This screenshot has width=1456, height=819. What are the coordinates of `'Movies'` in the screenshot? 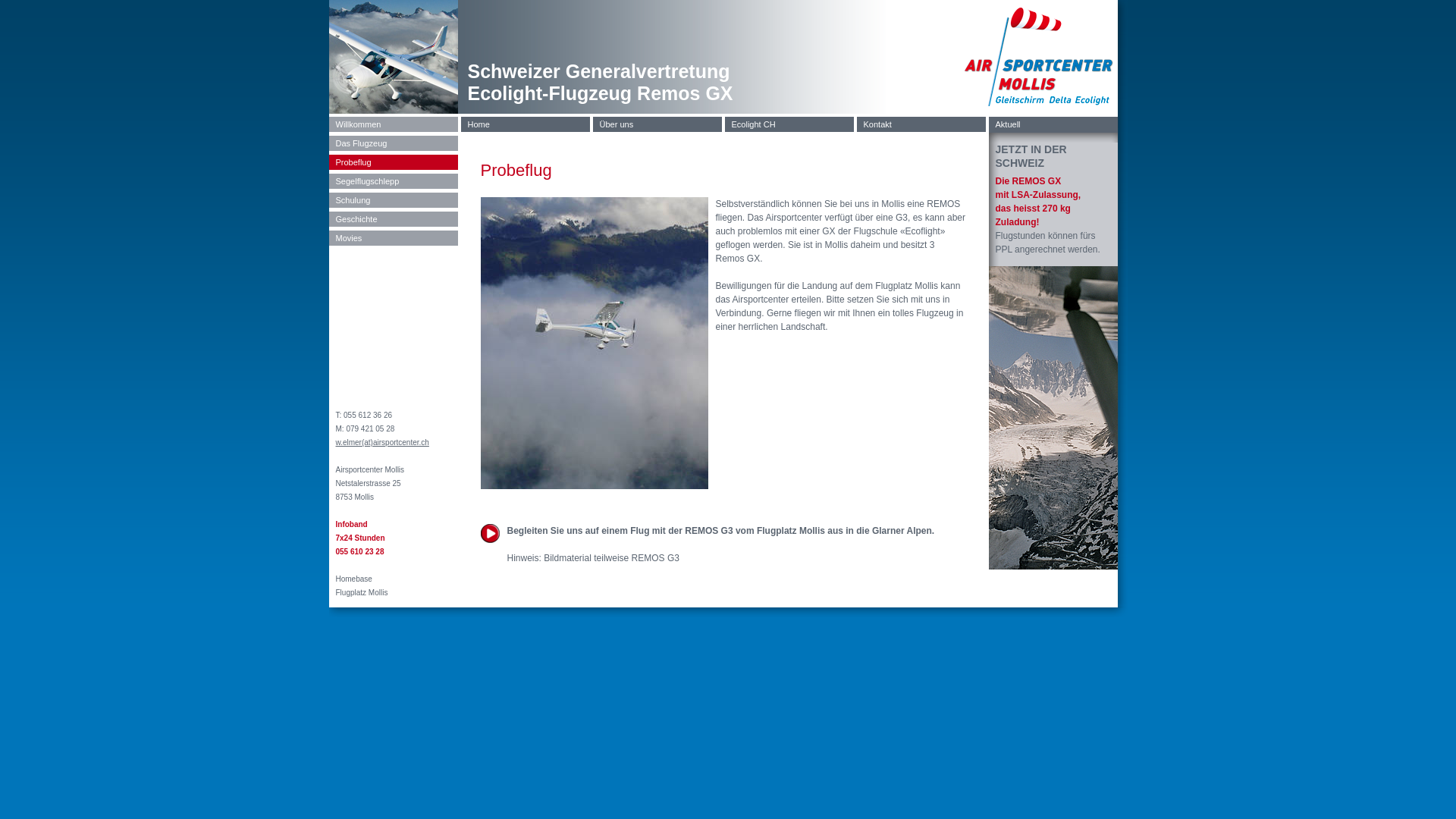 It's located at (393, 237).